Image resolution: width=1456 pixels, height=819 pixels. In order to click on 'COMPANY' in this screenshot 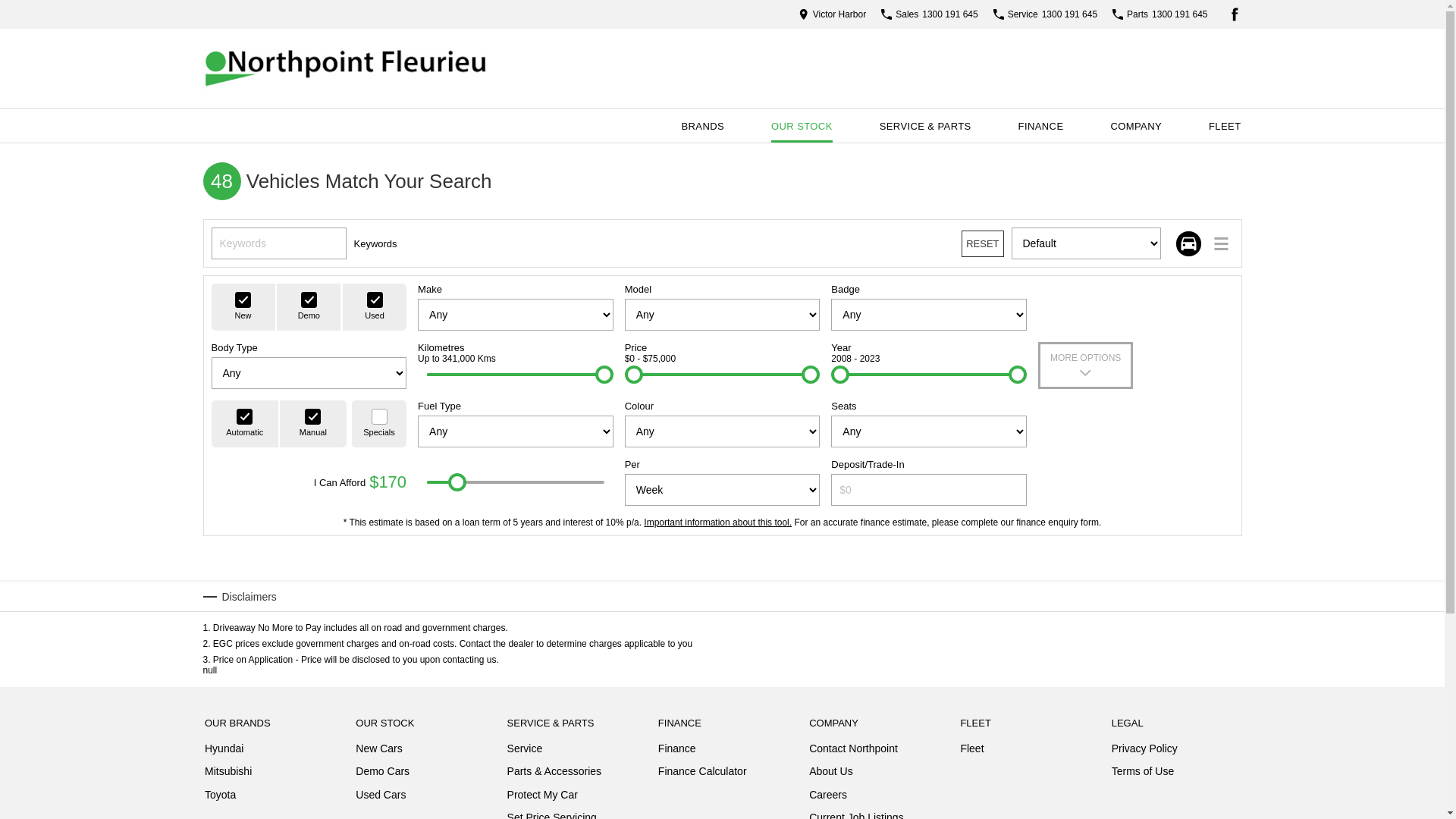, I will do `click(1098, 124)`.